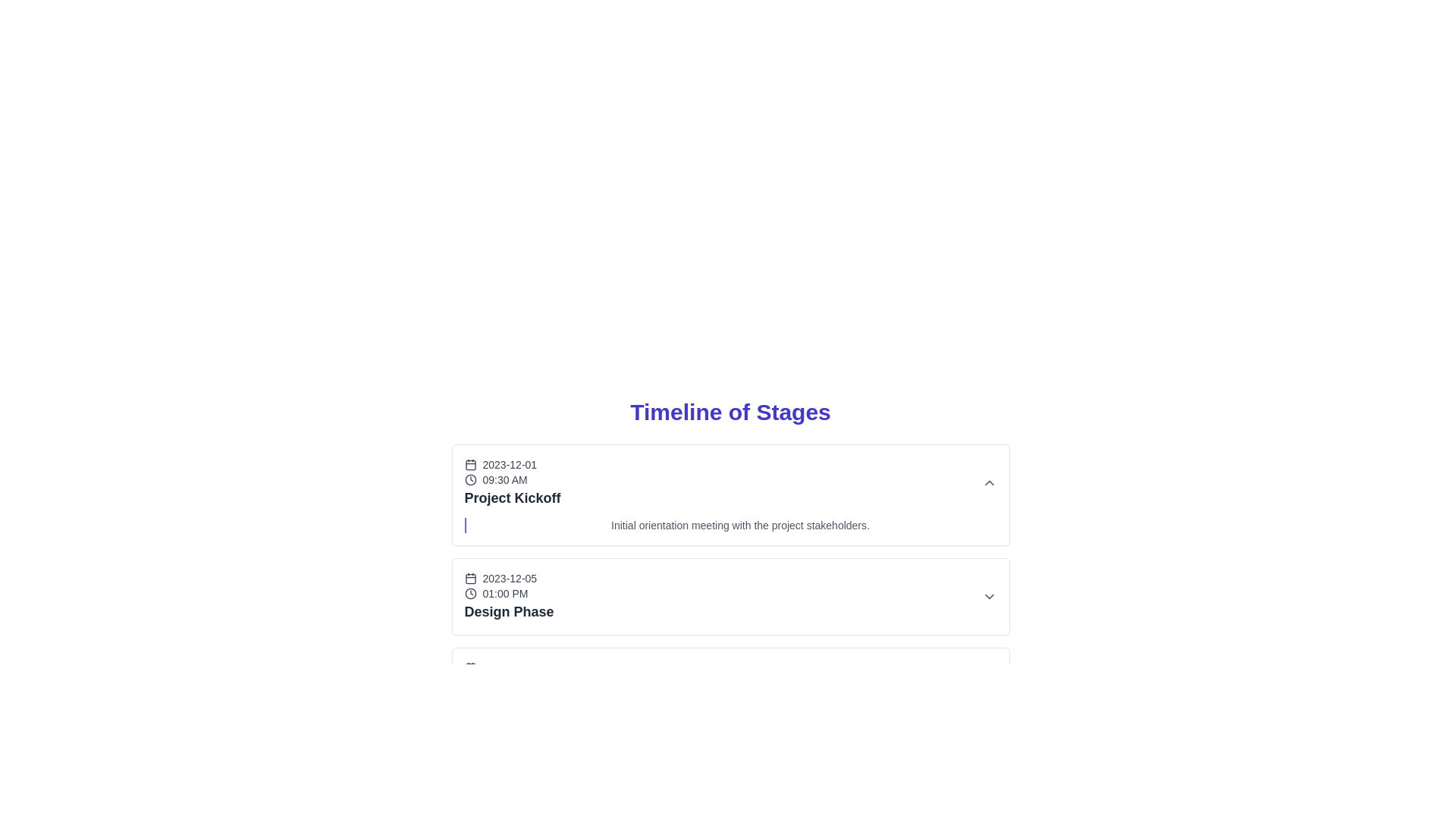  Describe the element at coordinates (740, 525) in the screenshot. I see `the Text label that provides information about the 'Project Kickoff' phase in the timeline, located beneath the title and time information, aligned to the left margin` at that location.